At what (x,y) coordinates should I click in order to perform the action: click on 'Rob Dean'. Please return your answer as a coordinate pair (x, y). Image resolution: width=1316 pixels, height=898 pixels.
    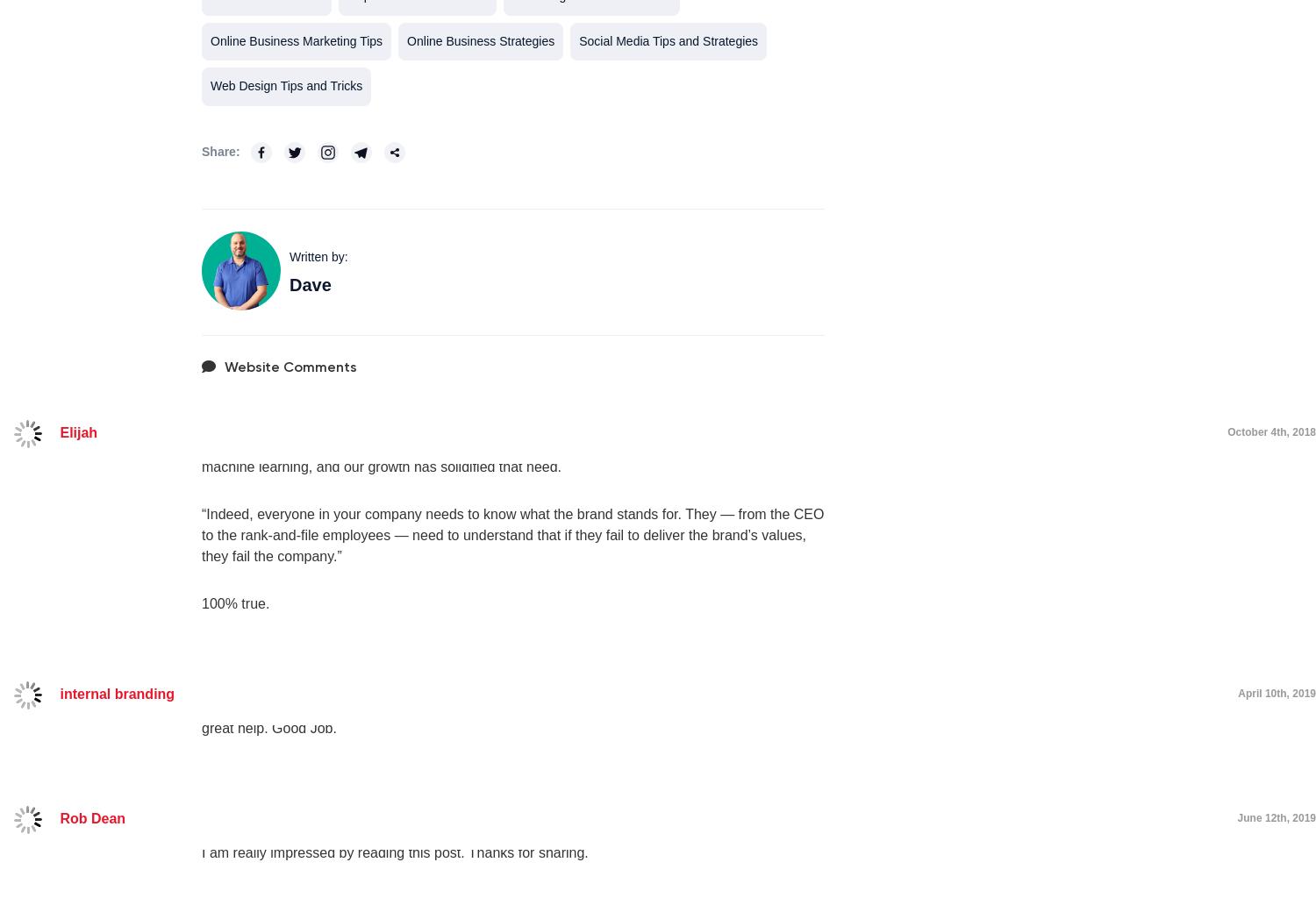
    Looking at the image, I should click on (58, 817).